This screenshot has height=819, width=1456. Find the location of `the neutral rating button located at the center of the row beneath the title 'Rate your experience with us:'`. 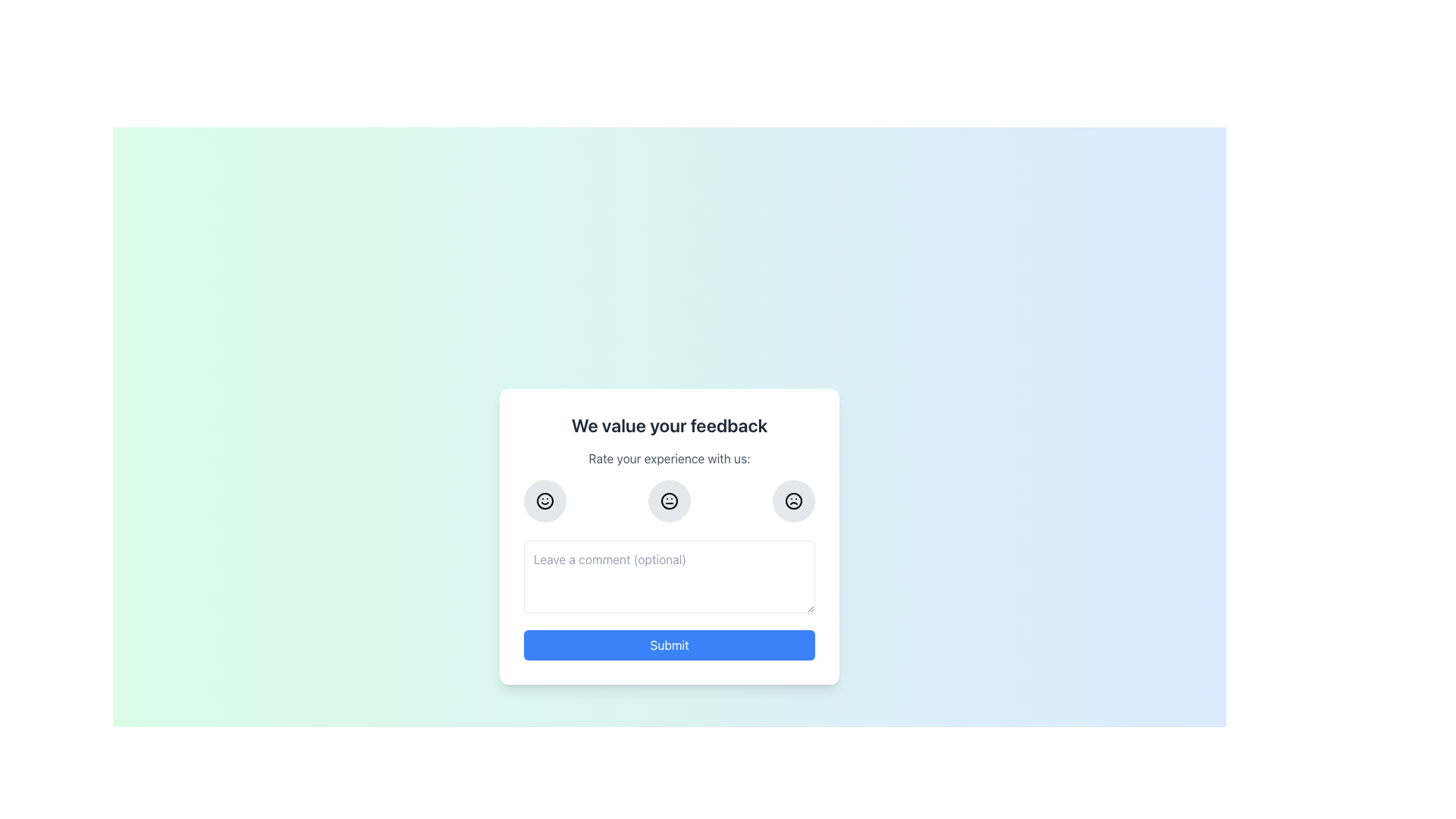

the neutral rating button located at the center of the row beneath the title 'Rate your experience with us:' is located at coordinates (669, 500).